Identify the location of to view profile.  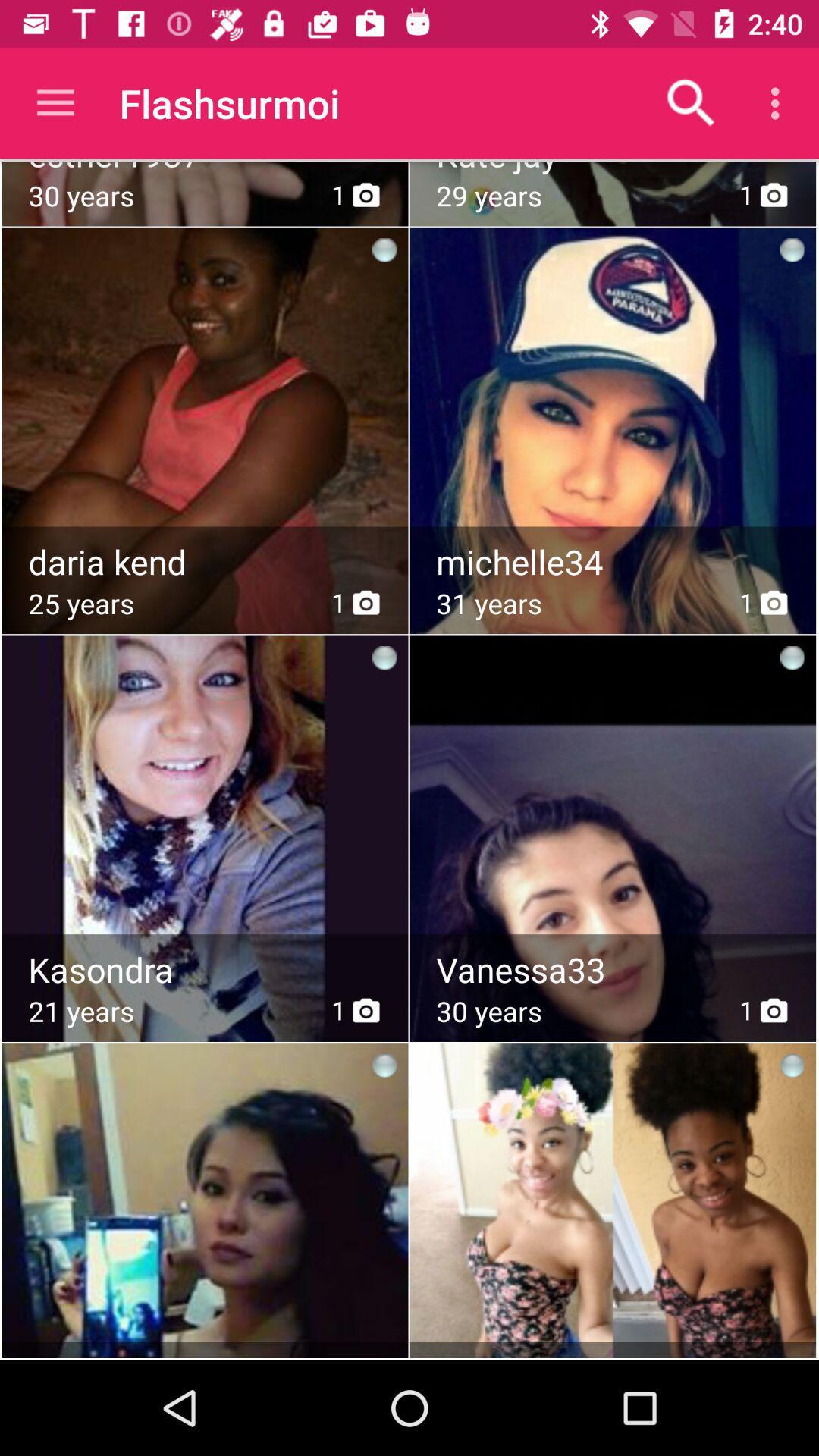
(614, 800).